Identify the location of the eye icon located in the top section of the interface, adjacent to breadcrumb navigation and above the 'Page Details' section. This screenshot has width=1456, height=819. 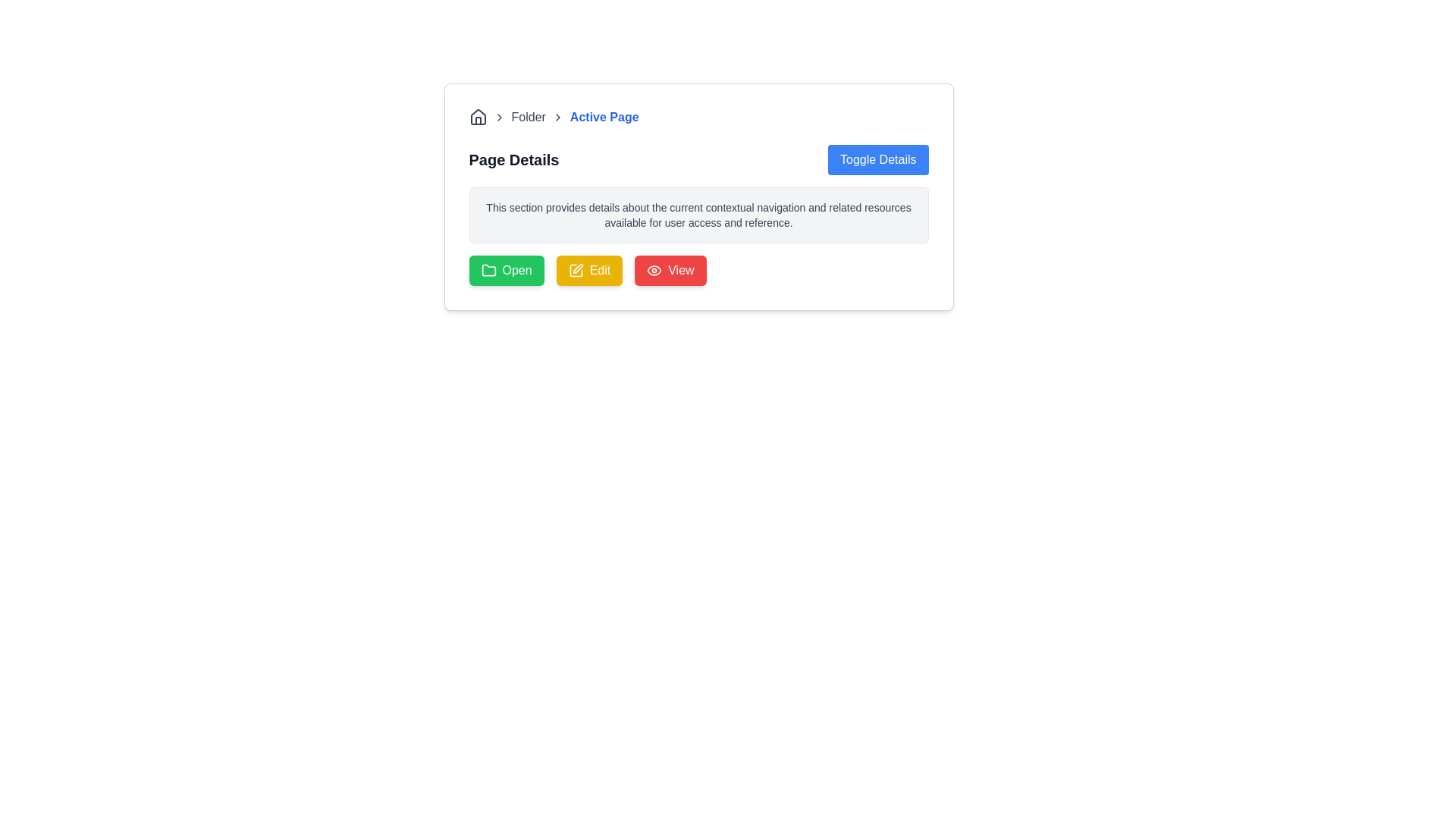
(654, 270).